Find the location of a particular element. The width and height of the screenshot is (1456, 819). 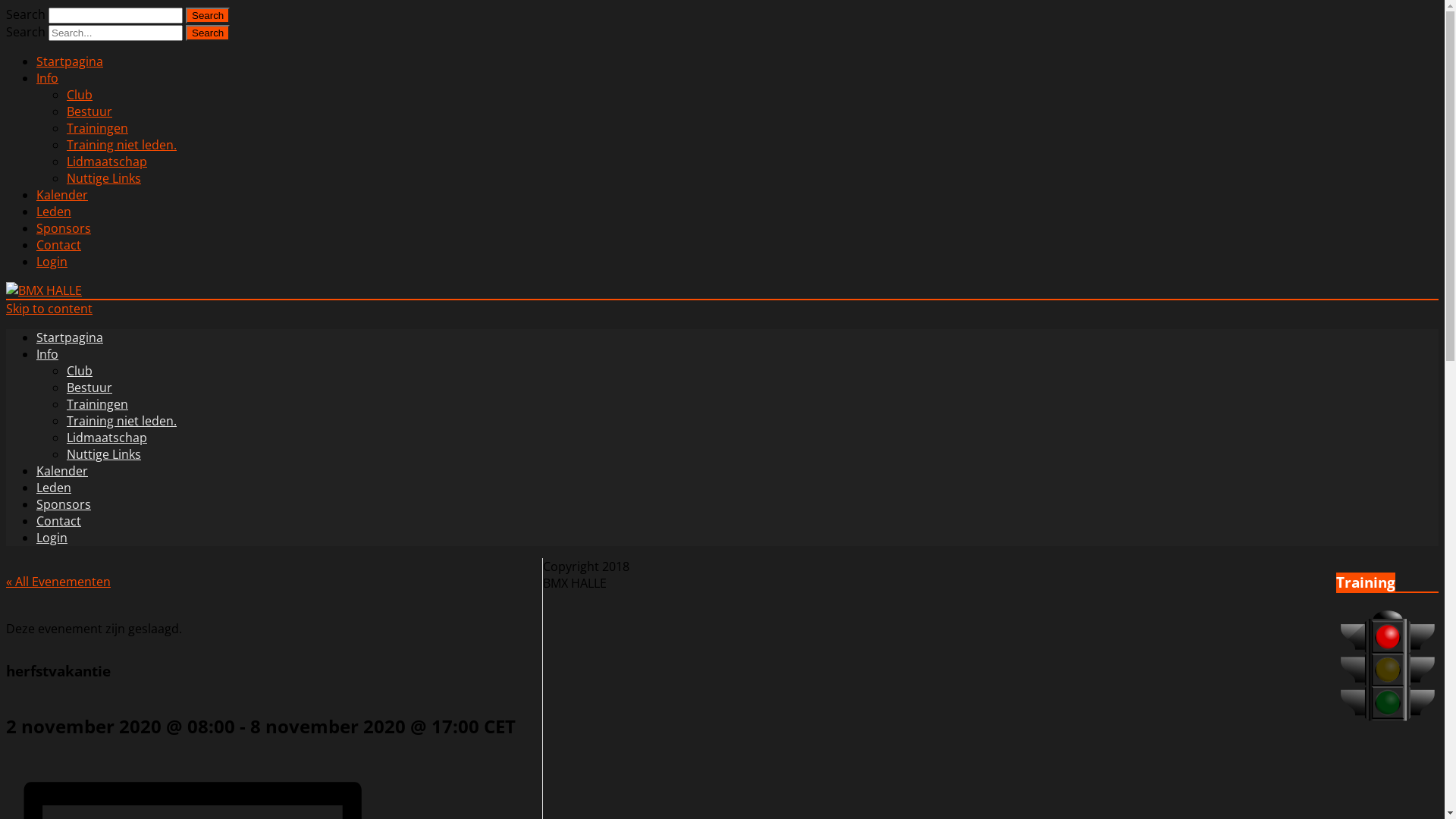

'Training niet leden.' is located at coordinates (65, 145).